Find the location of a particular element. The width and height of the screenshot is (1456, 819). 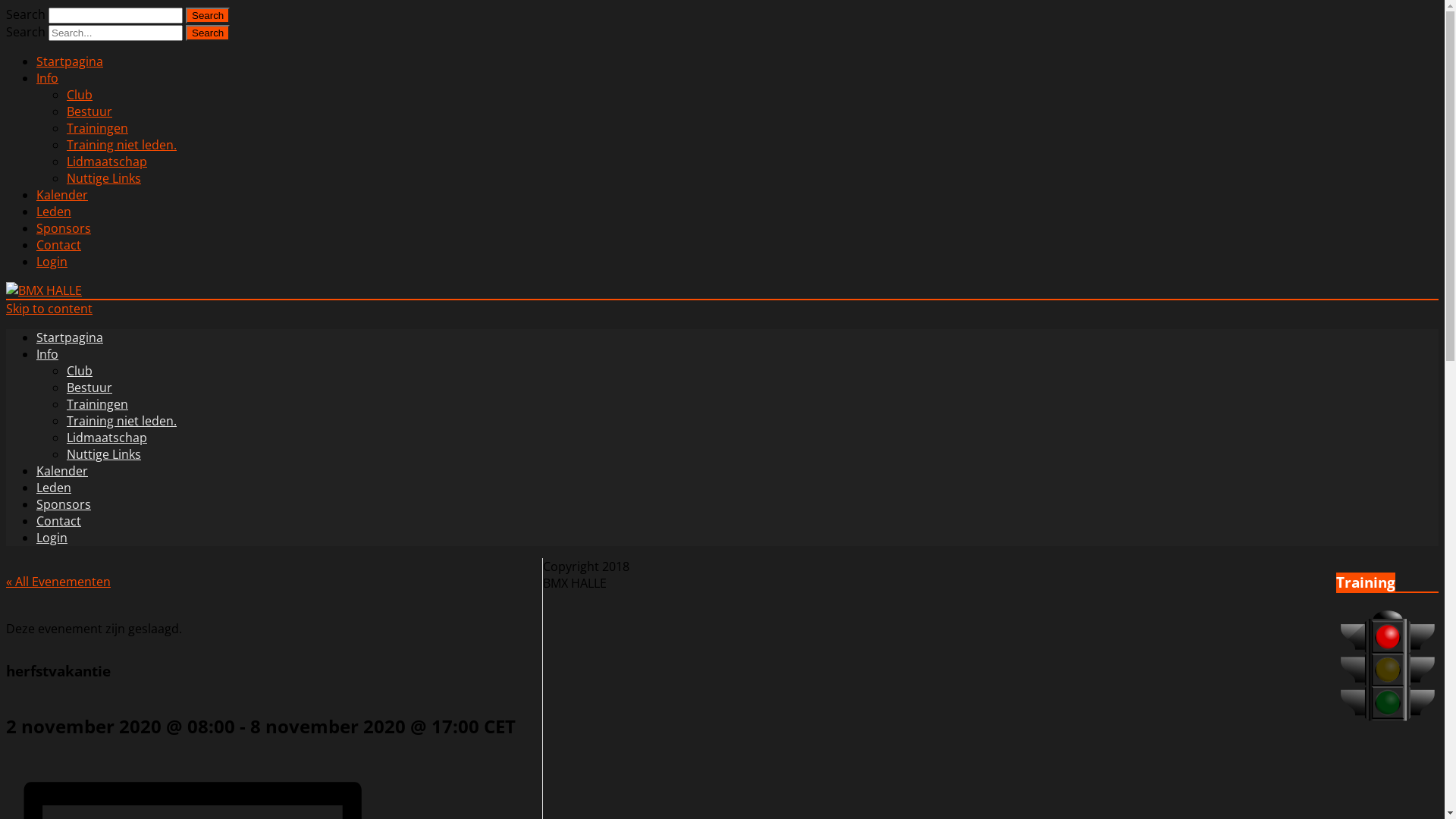

'Training niet leden.' is located at coordinates (65, 145).